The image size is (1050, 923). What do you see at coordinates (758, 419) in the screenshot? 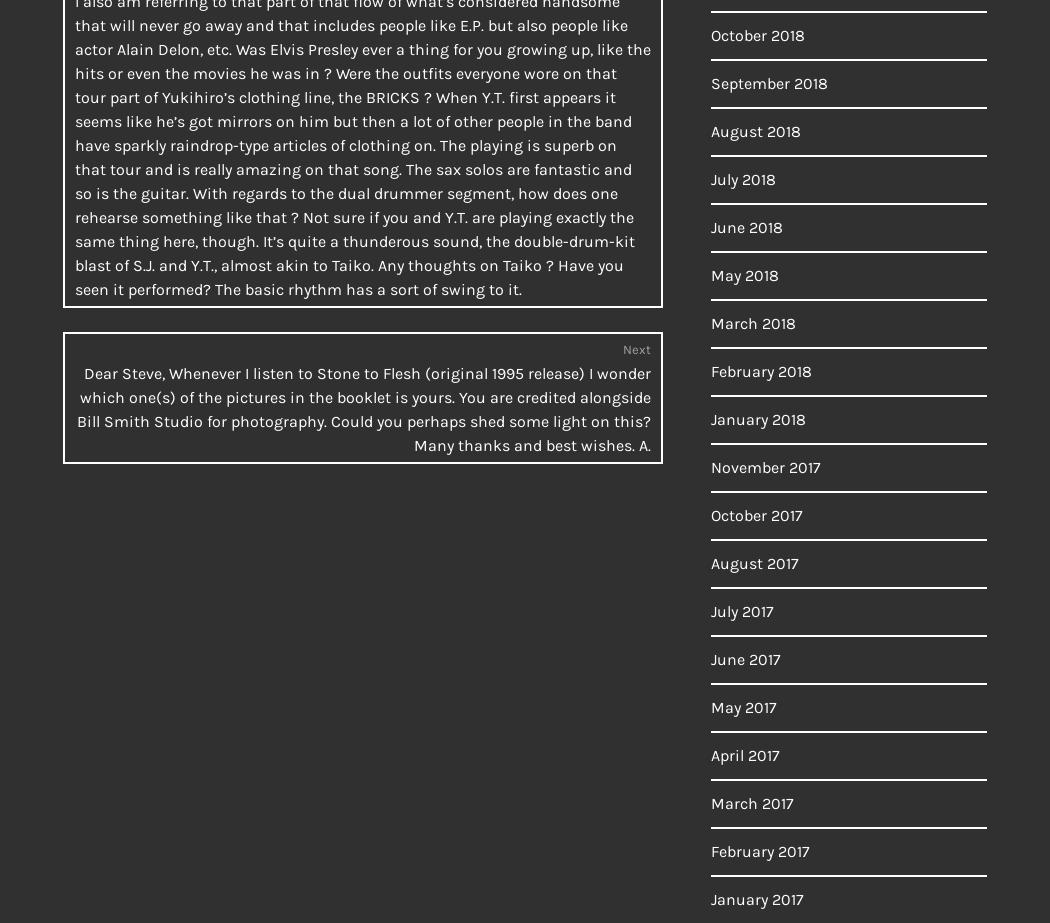
I see `'January 2018'` at bounding box center [758, 419].